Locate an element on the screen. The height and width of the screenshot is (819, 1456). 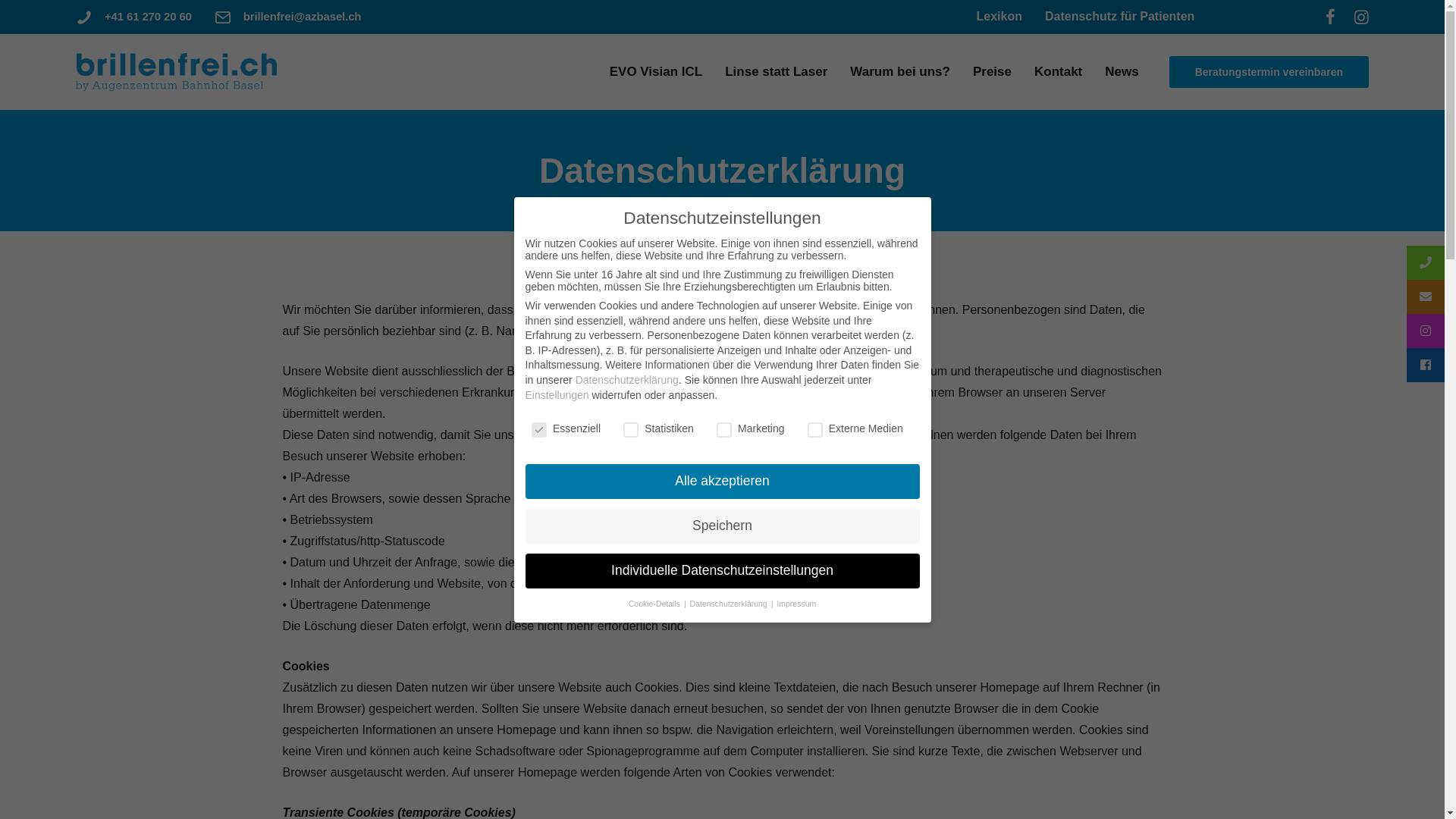
'Linse statt Laser' is located at coordinates (776, 71).